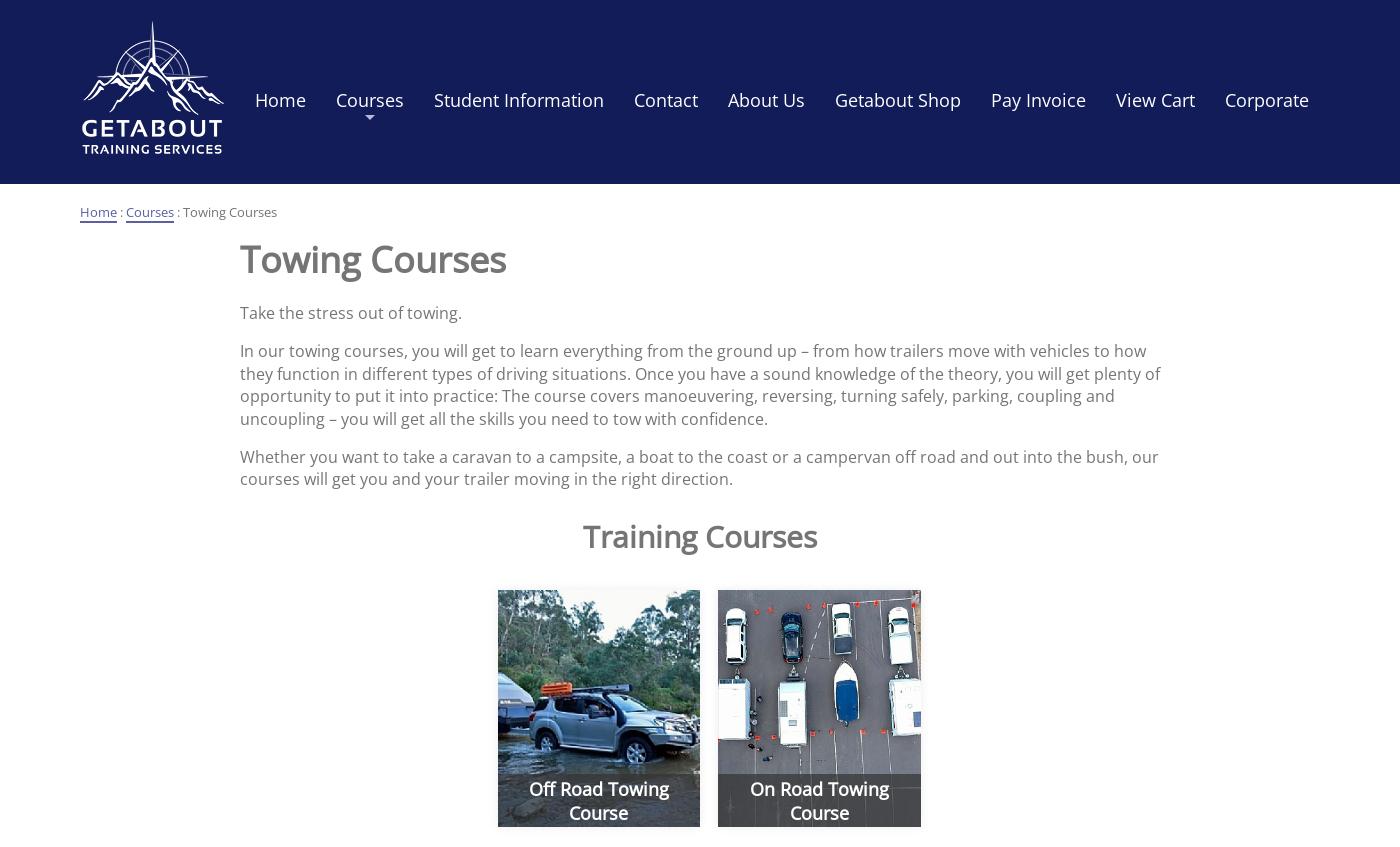 The image size is (1400, 847). I want to click on 'Courses', so click(149, 212).